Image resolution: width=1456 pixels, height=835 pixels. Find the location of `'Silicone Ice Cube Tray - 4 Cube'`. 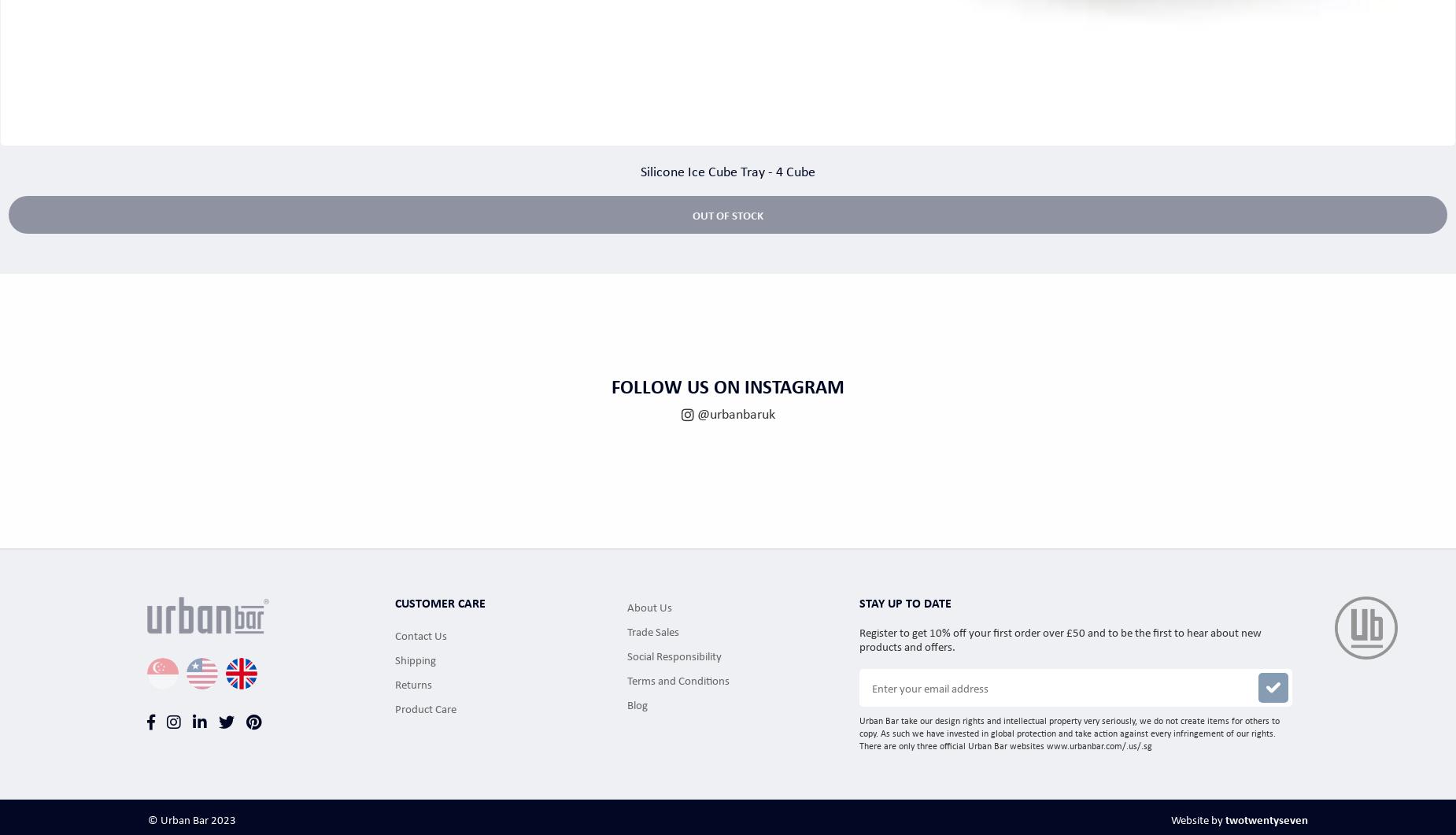

'Silicone Ice Cube Tray - 4 Cube' is located at coordinates (728, 169).